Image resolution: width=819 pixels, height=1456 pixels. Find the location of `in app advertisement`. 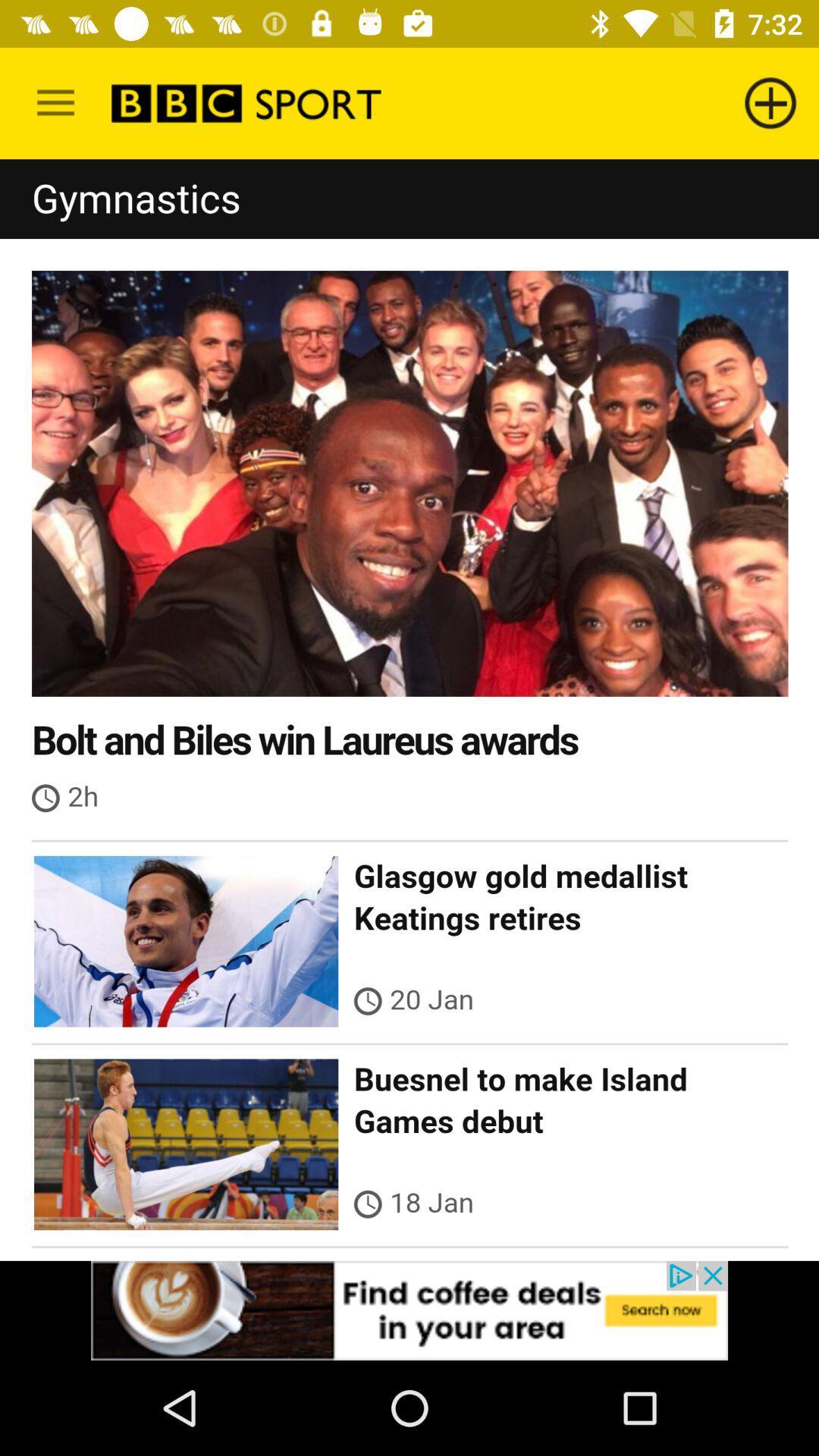

in app advertisement is located at coordinates (409, 1310).